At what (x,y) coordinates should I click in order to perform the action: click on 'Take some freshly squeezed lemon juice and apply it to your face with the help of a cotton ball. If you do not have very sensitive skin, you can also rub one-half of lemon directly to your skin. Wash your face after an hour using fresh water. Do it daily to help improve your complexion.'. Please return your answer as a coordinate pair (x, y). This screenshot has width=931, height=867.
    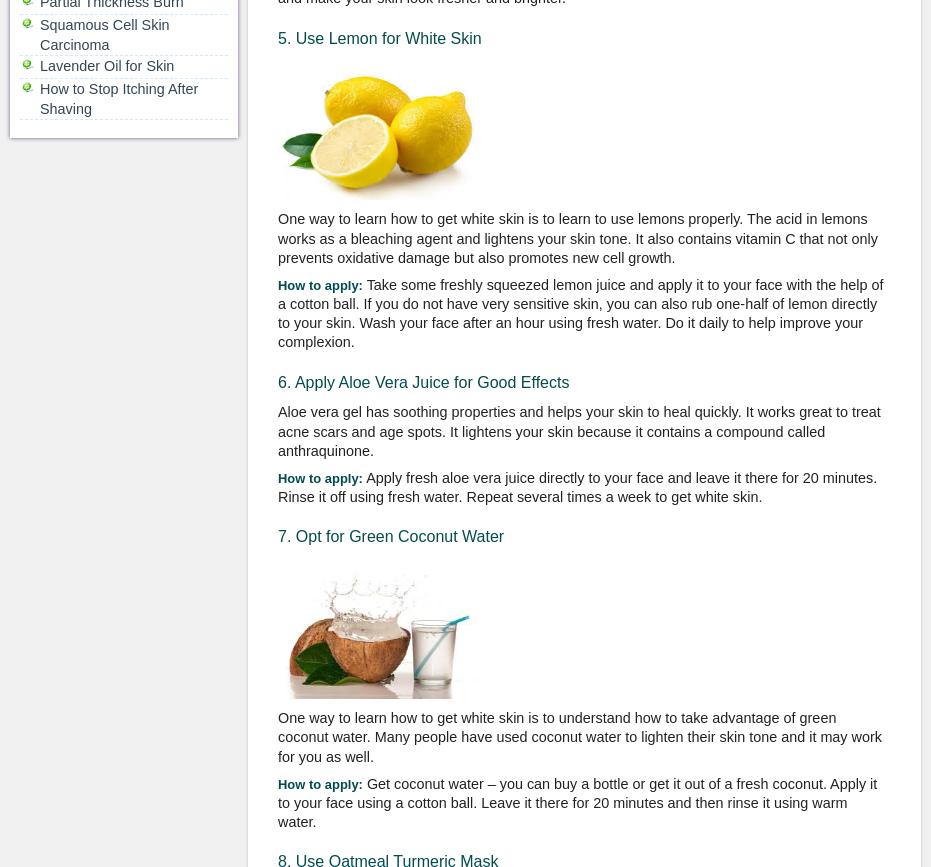
    Looking at the image, I should click on (579, 312).